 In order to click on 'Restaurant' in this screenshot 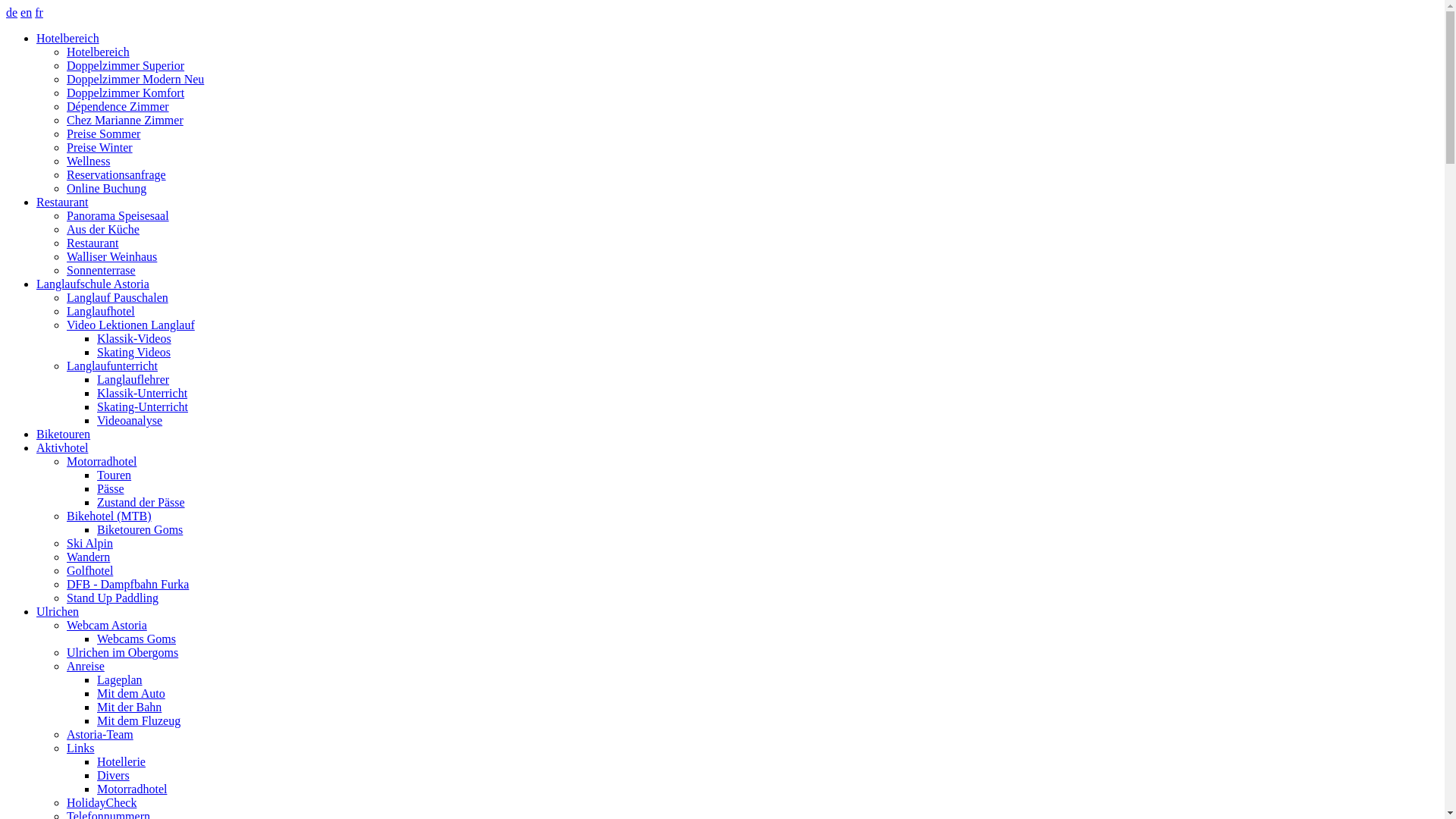, I will do `click(65, 242)`.